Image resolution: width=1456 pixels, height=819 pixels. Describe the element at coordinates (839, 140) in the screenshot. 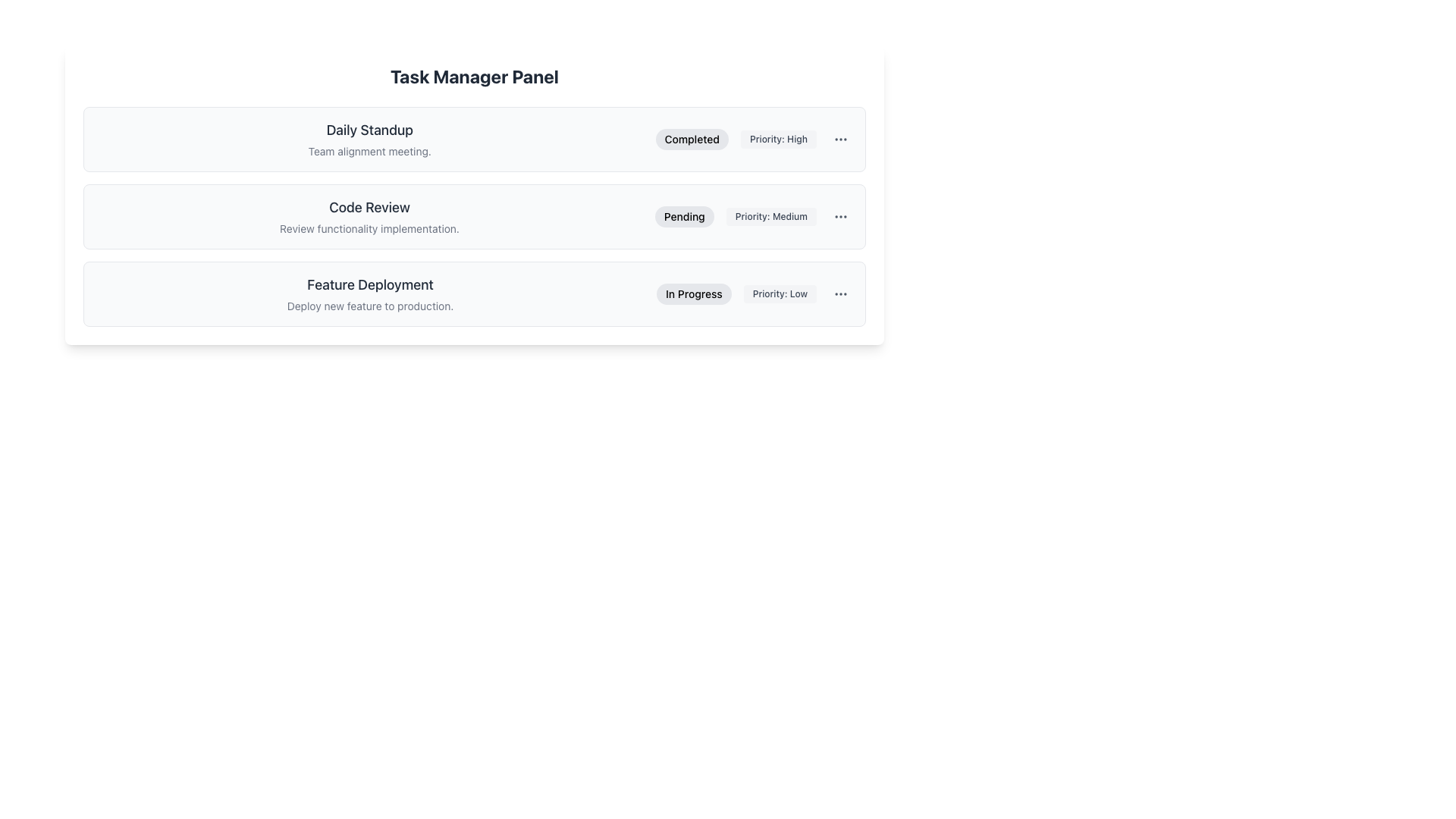

I see `the circular button with three horizontally aligned gray dots located in the topmost card of the Task Manager Panel, adjacent to the 'Priority: High' label` at that location.